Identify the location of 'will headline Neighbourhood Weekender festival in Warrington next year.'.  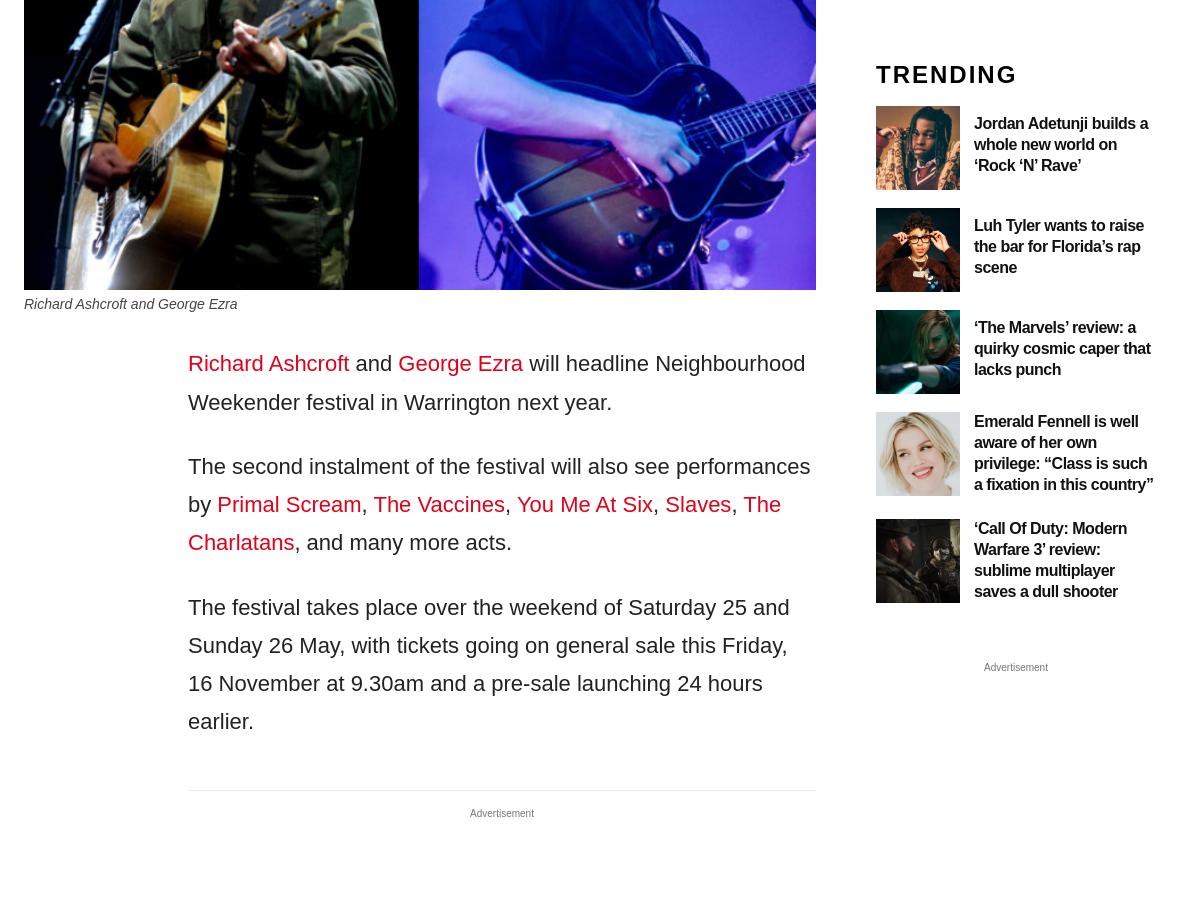
(187, 381).